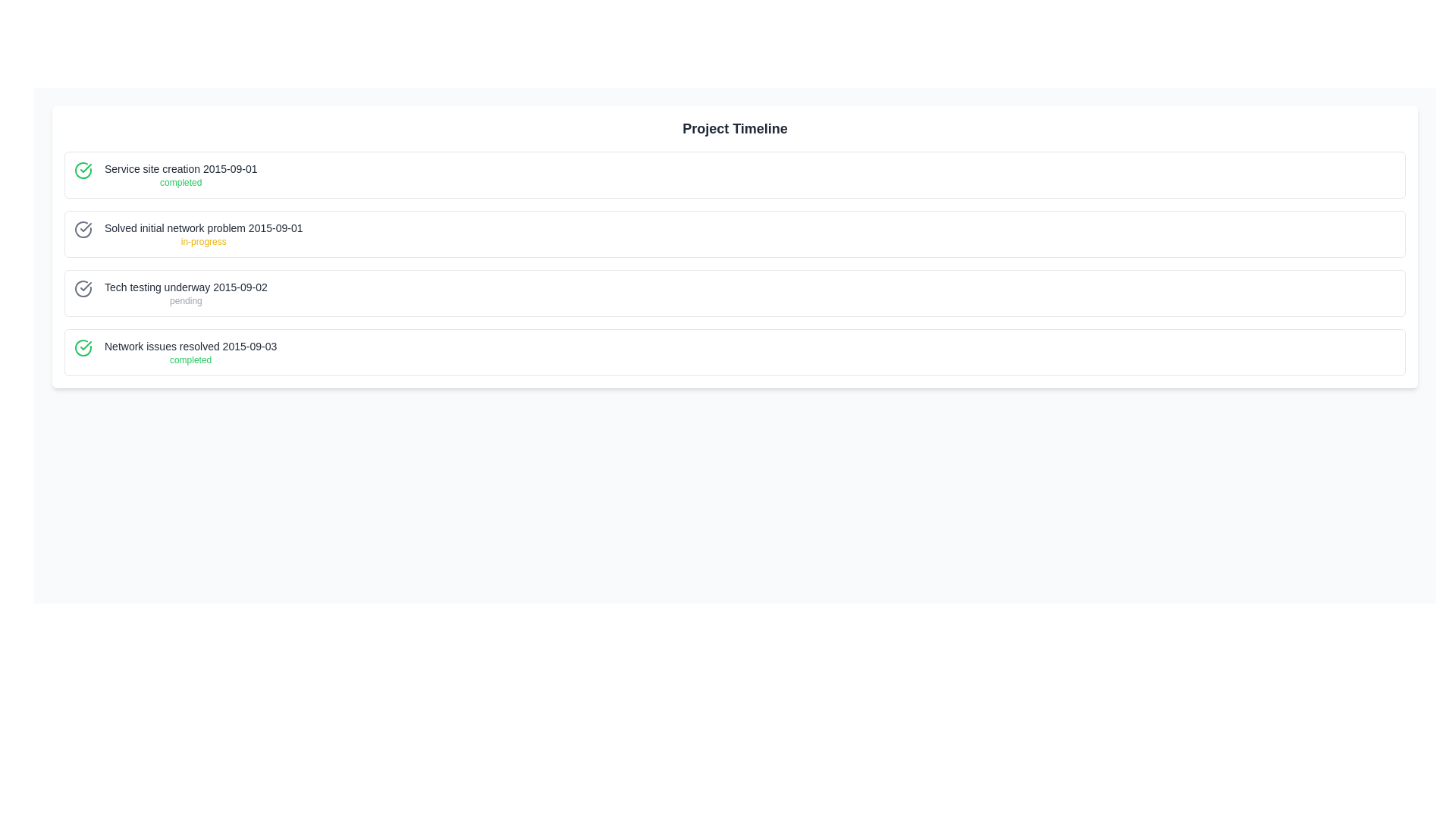  Describe the element at coordinates (180, 181) in the screenshot. I see `the text label that indicates the status 'completed', styled in small green font, positioned below the title 'Service site creation 2015-09-01'` at that location.